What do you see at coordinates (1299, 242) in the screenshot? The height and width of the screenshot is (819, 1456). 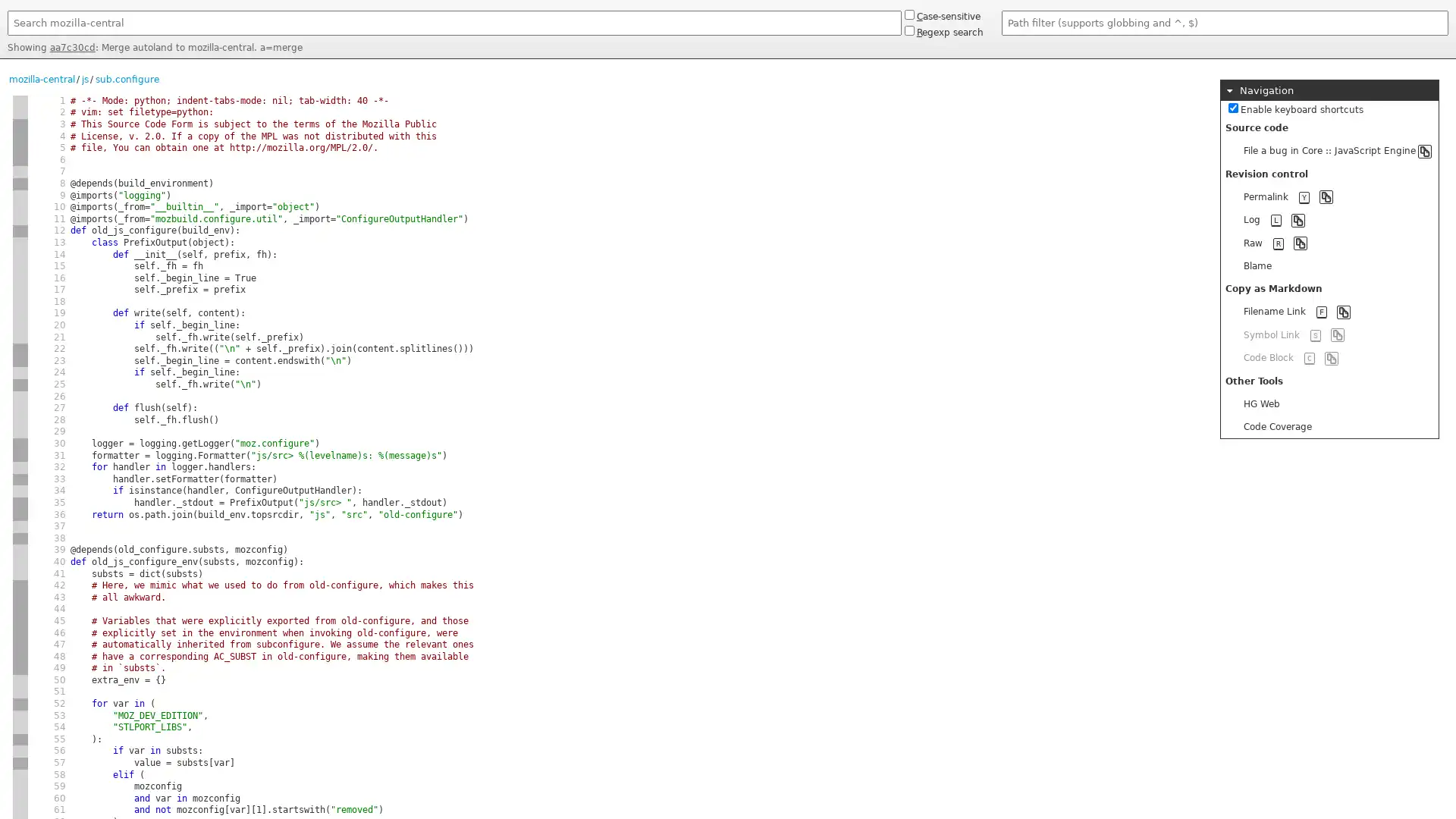 I see `Copy to clipboard` at bounding box center [1299, 242].